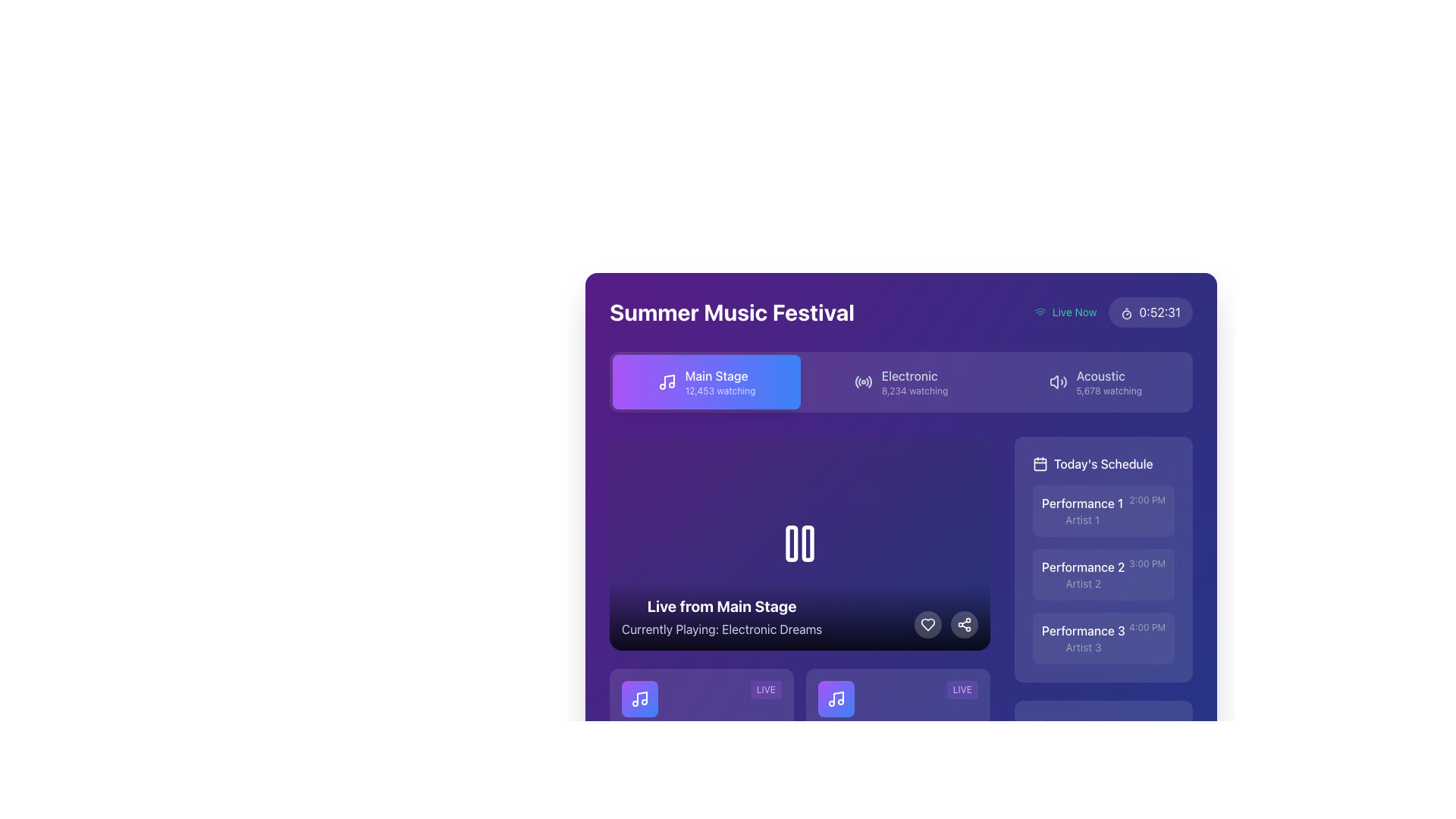 The width and height of the screenshot is (1456, 819). What do you see at coordinates (721, 617) in the screenshot?
I see `text content displayed in the Text display with headings and subheadings, which shows 'Live from Main Stage' in bold white font and 'Currently Playing: Electronic Dreams' in lighter font below it` at bounding box center [721, 617].